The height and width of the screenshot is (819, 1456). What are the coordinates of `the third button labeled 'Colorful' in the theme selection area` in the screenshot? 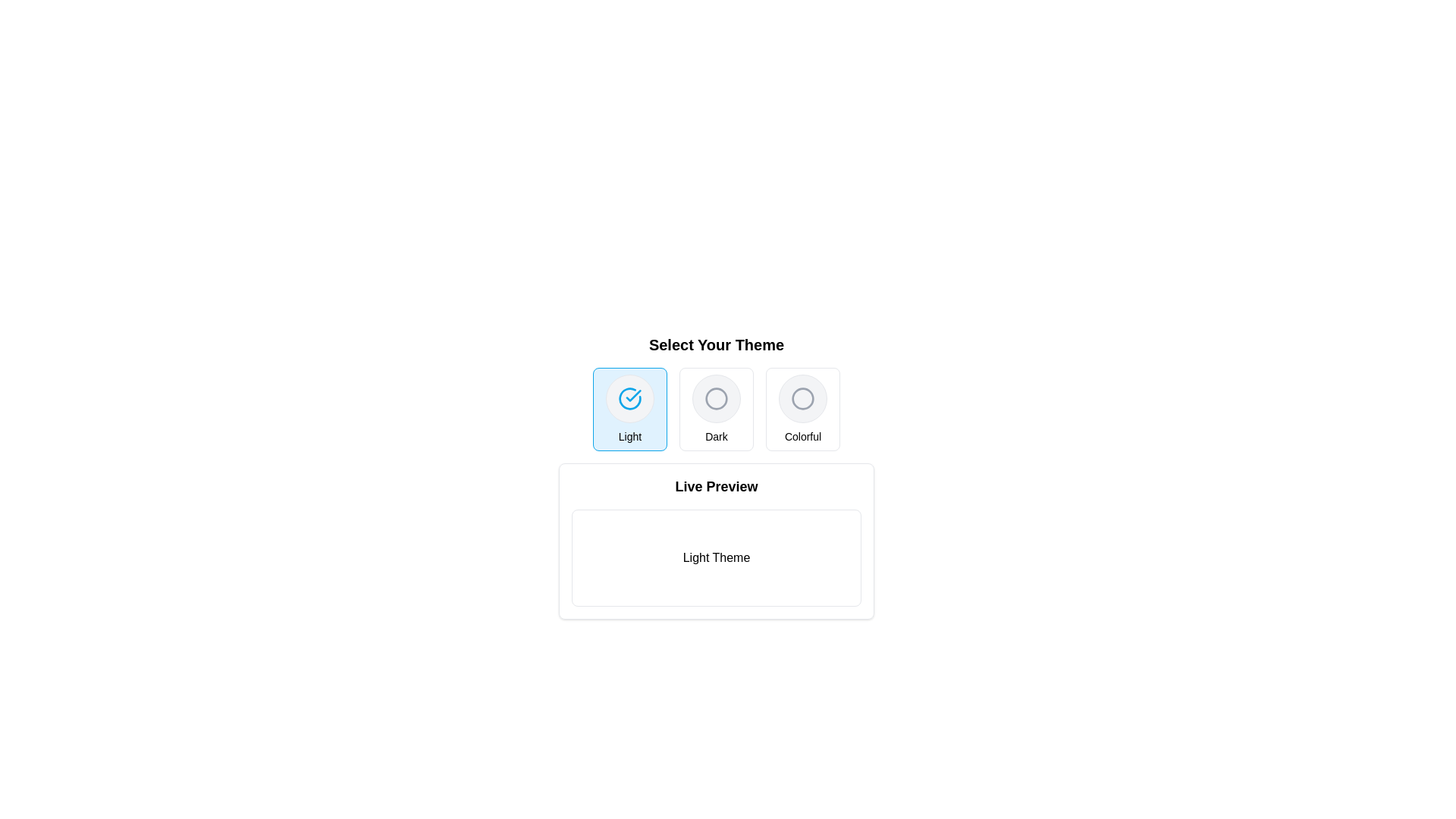 It's located at (802, 409).